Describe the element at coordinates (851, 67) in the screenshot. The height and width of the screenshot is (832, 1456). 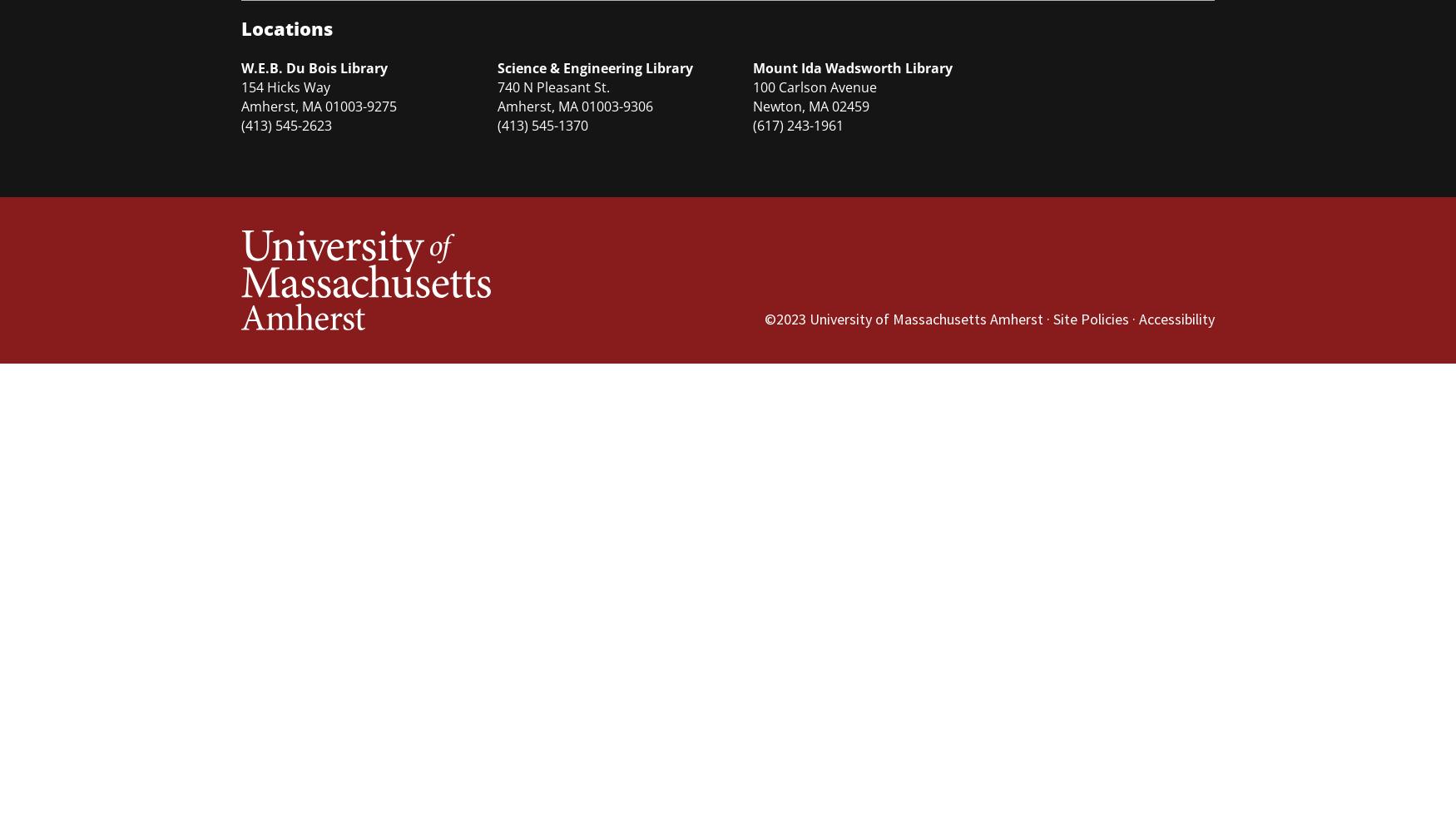
I see `'Mount Ida Wadsworth Library'` at that location.